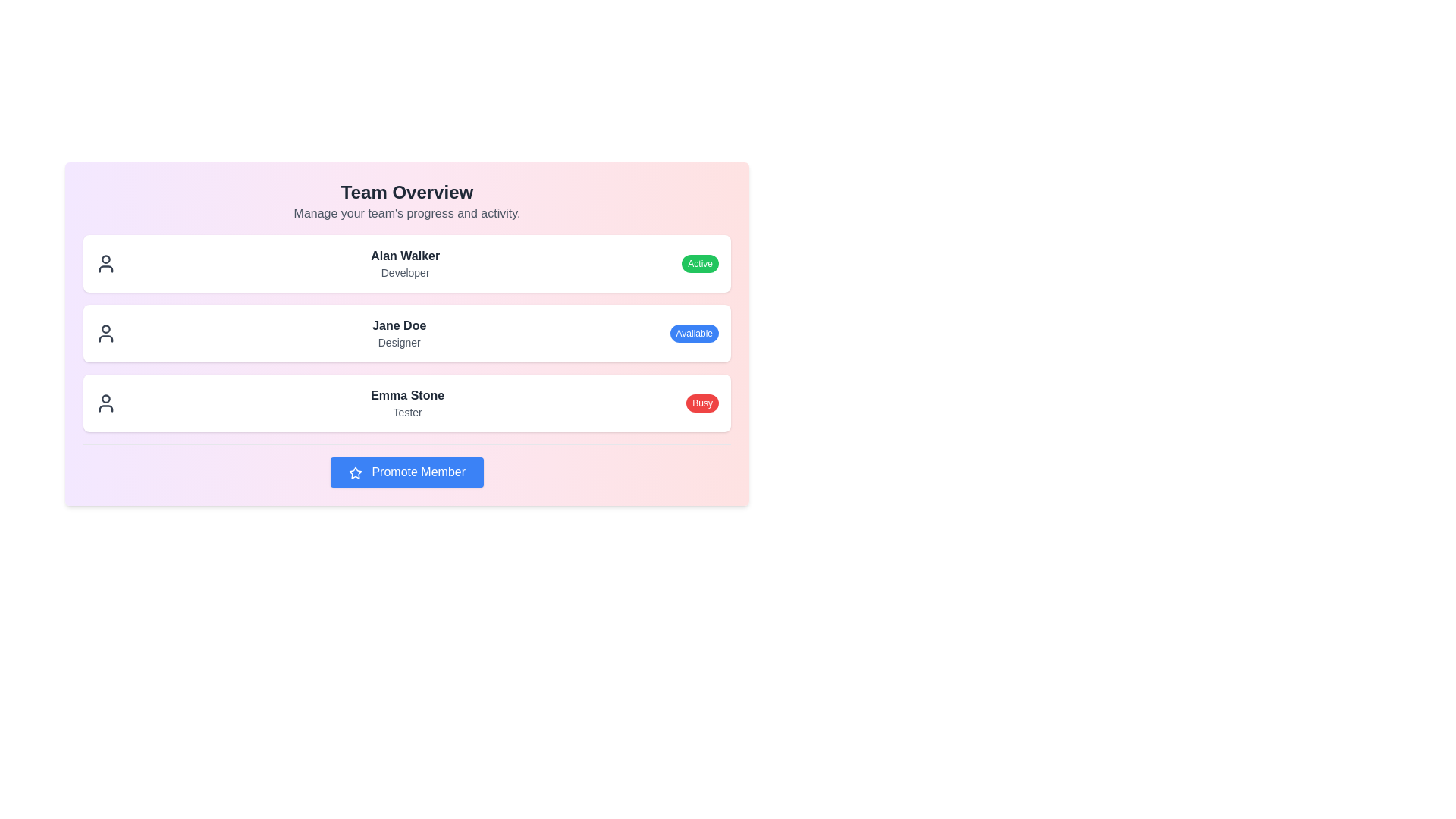  What do you see at coordinates (407, 213) in the screenshot?
I see `the descriptive subtitle below the 'Team Overview' title, which provides additional context for the section` at bounding box center [407, 213].